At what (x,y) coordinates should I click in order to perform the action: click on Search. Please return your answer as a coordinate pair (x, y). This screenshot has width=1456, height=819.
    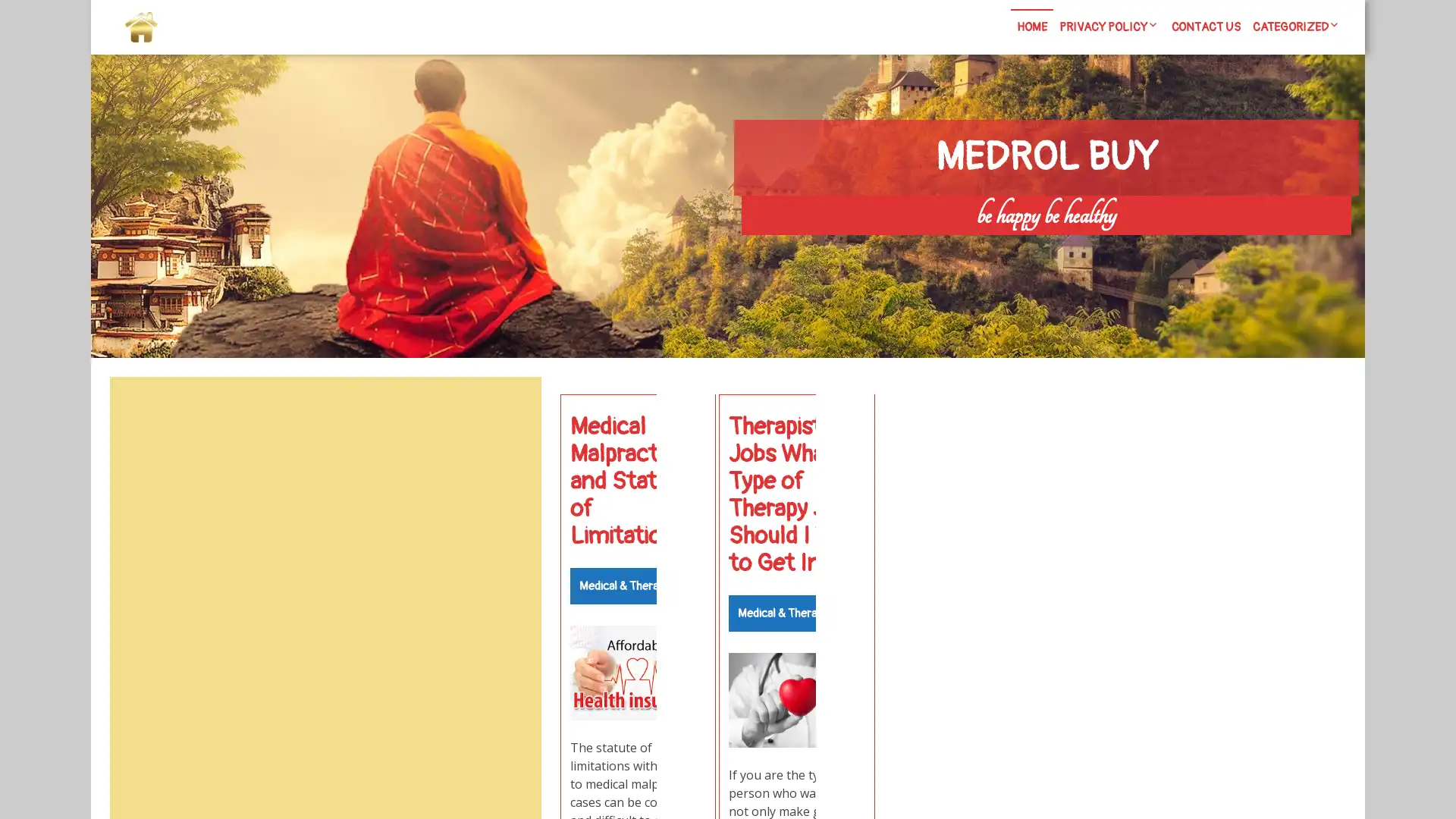
    Looking at the image, I should click on (1181, 248).